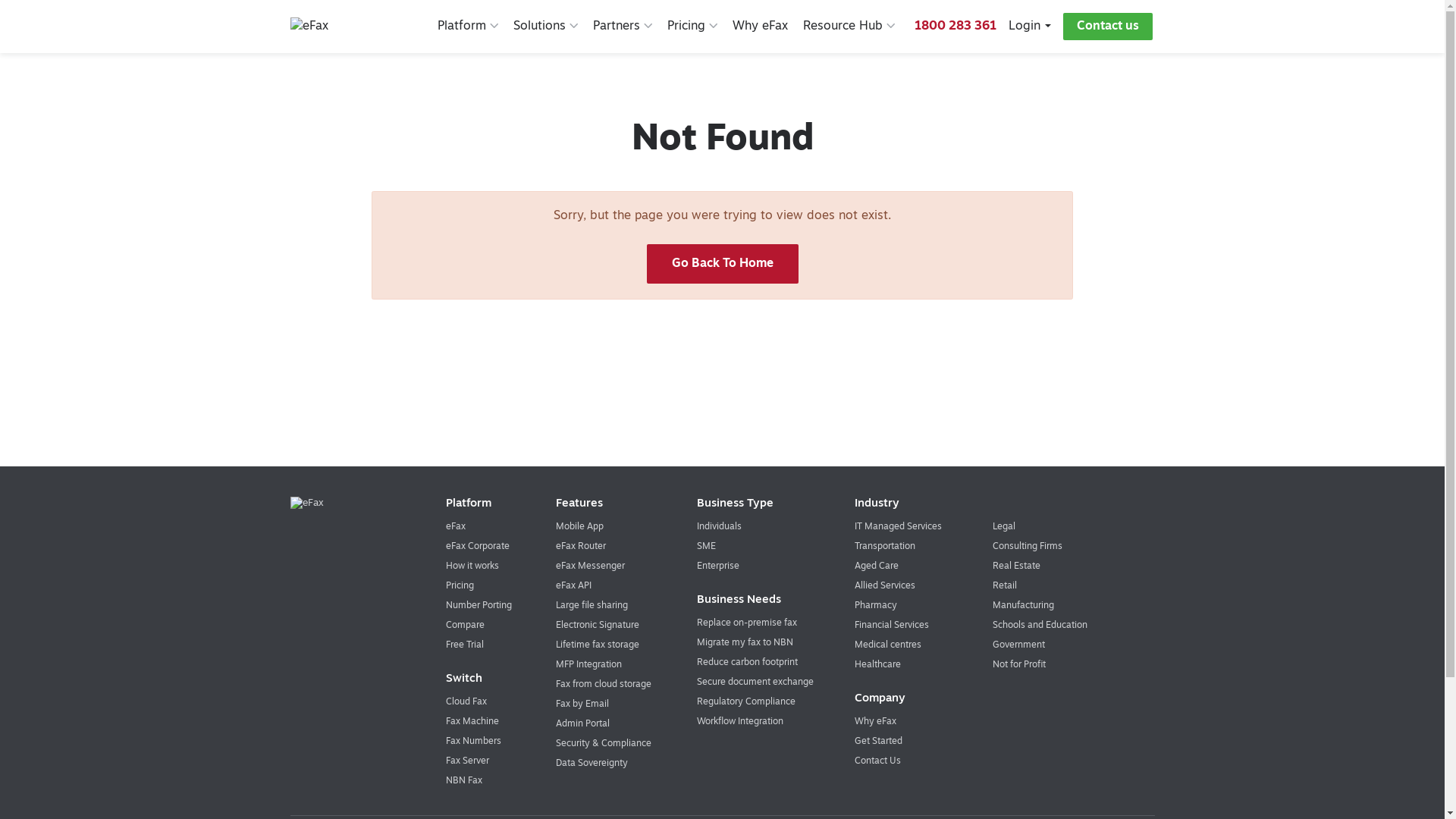  Describe the element at coordinates (596, 645) in the screenshot. I see `'Lifetime fax storage'` at that location.